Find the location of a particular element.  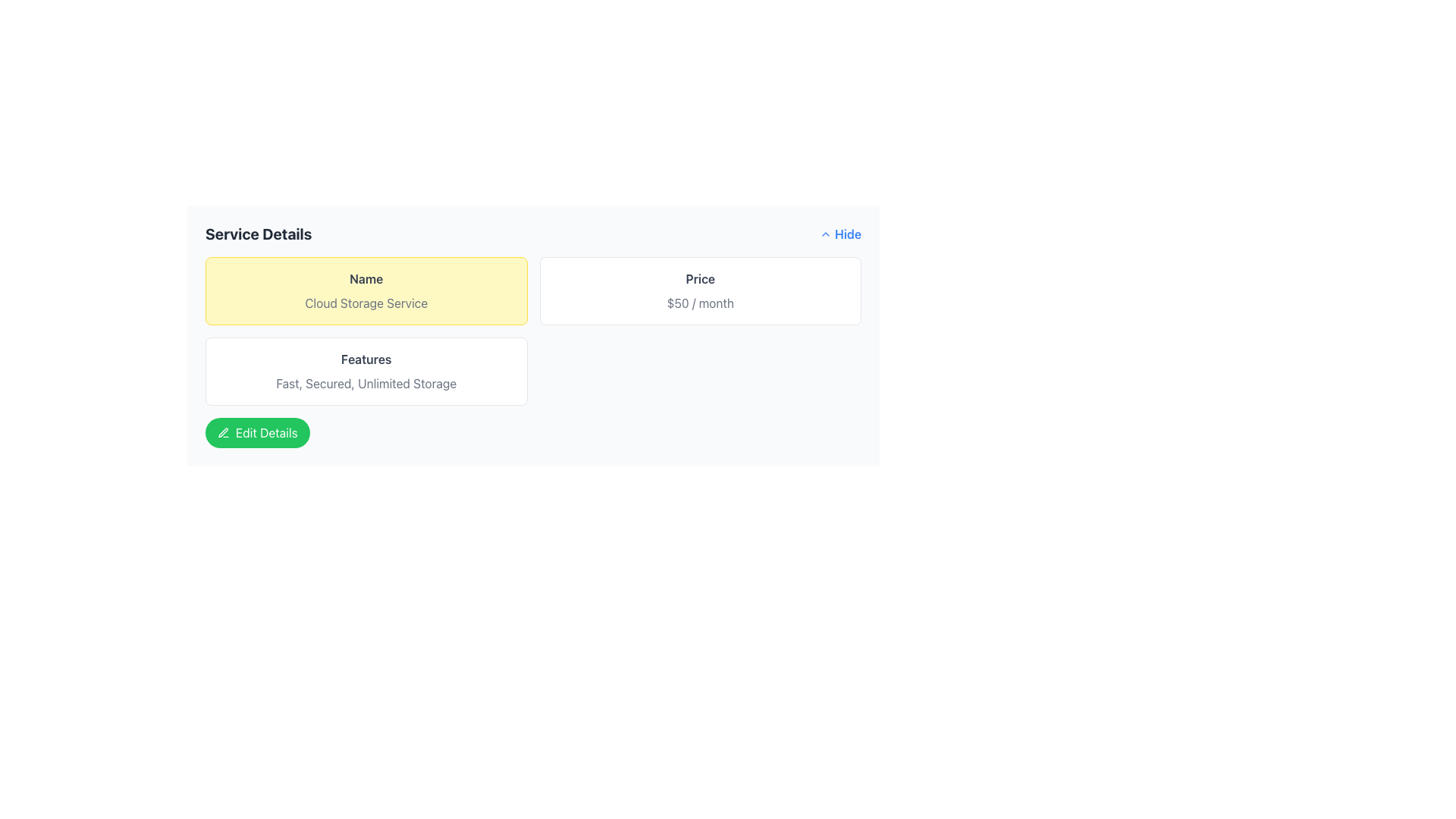

the blue 'Hide' button with a bold font, located in the top-right corner of the 'Service Details' section is located at coordinates (839, 234).